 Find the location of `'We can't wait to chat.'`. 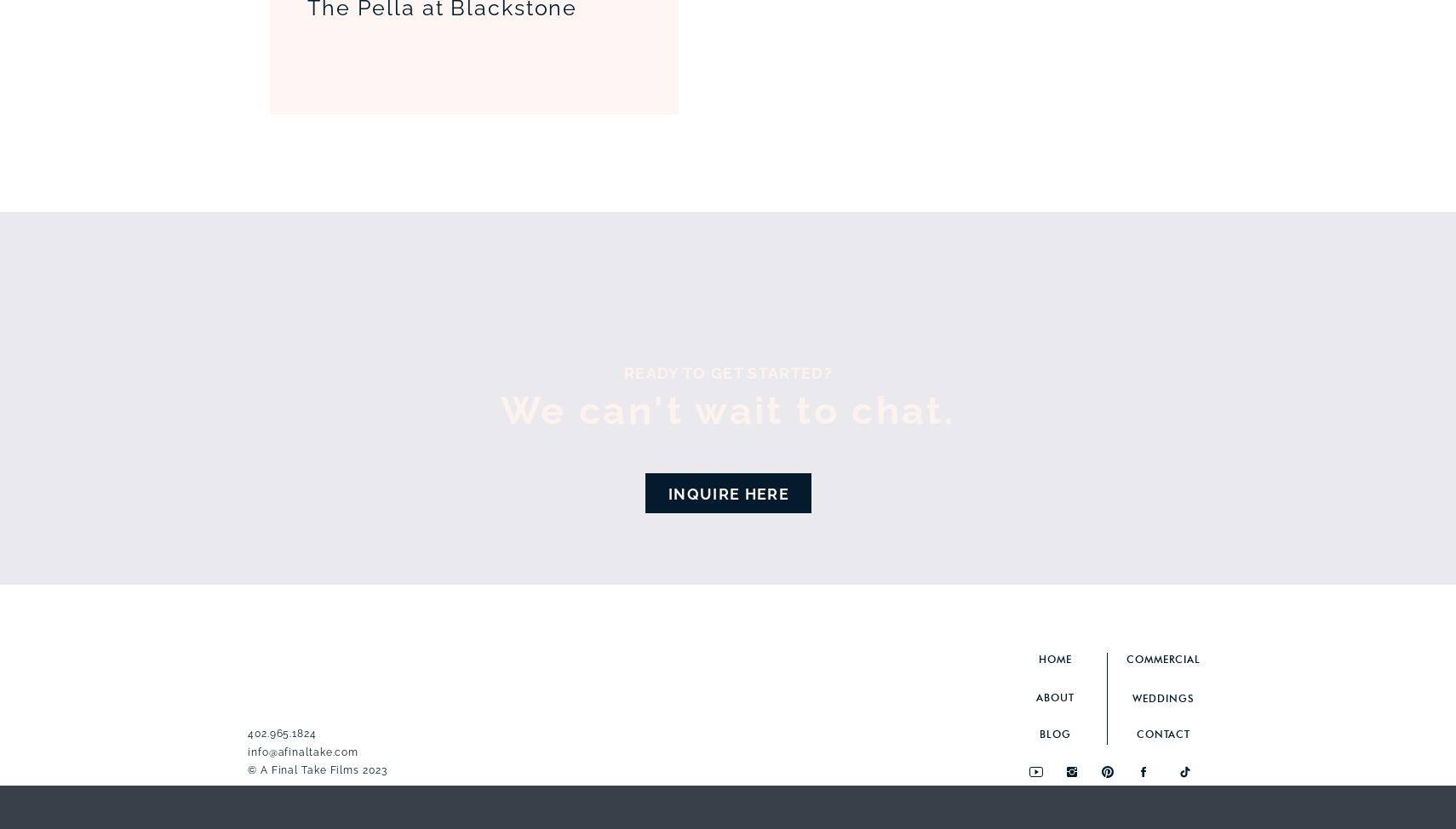

'We can't wait to chat.' is located at coordinates (500, 409).